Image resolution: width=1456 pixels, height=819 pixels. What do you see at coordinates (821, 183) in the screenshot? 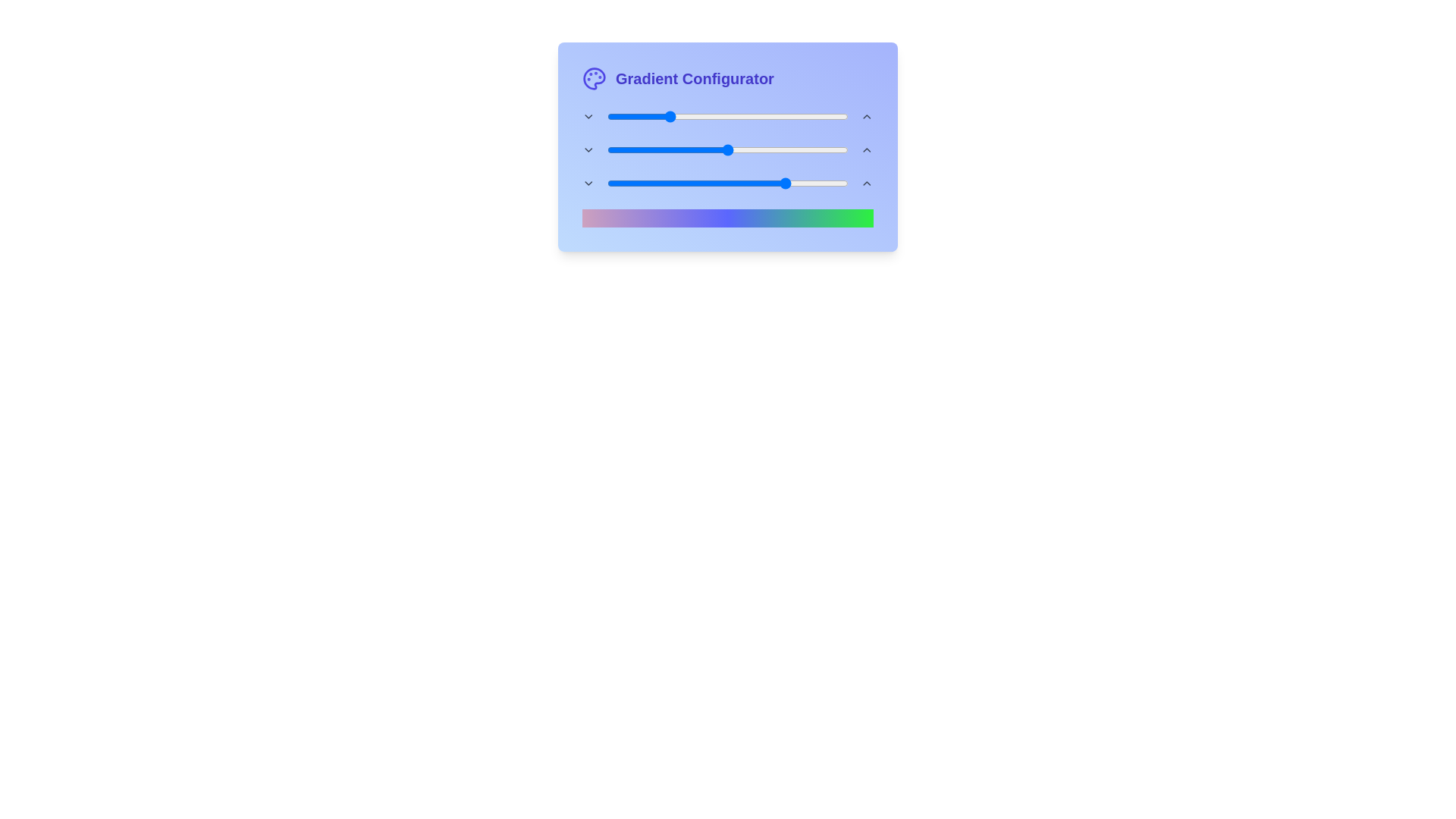
I see `the end gradient slider to 89` at bounding box center [821, 183].